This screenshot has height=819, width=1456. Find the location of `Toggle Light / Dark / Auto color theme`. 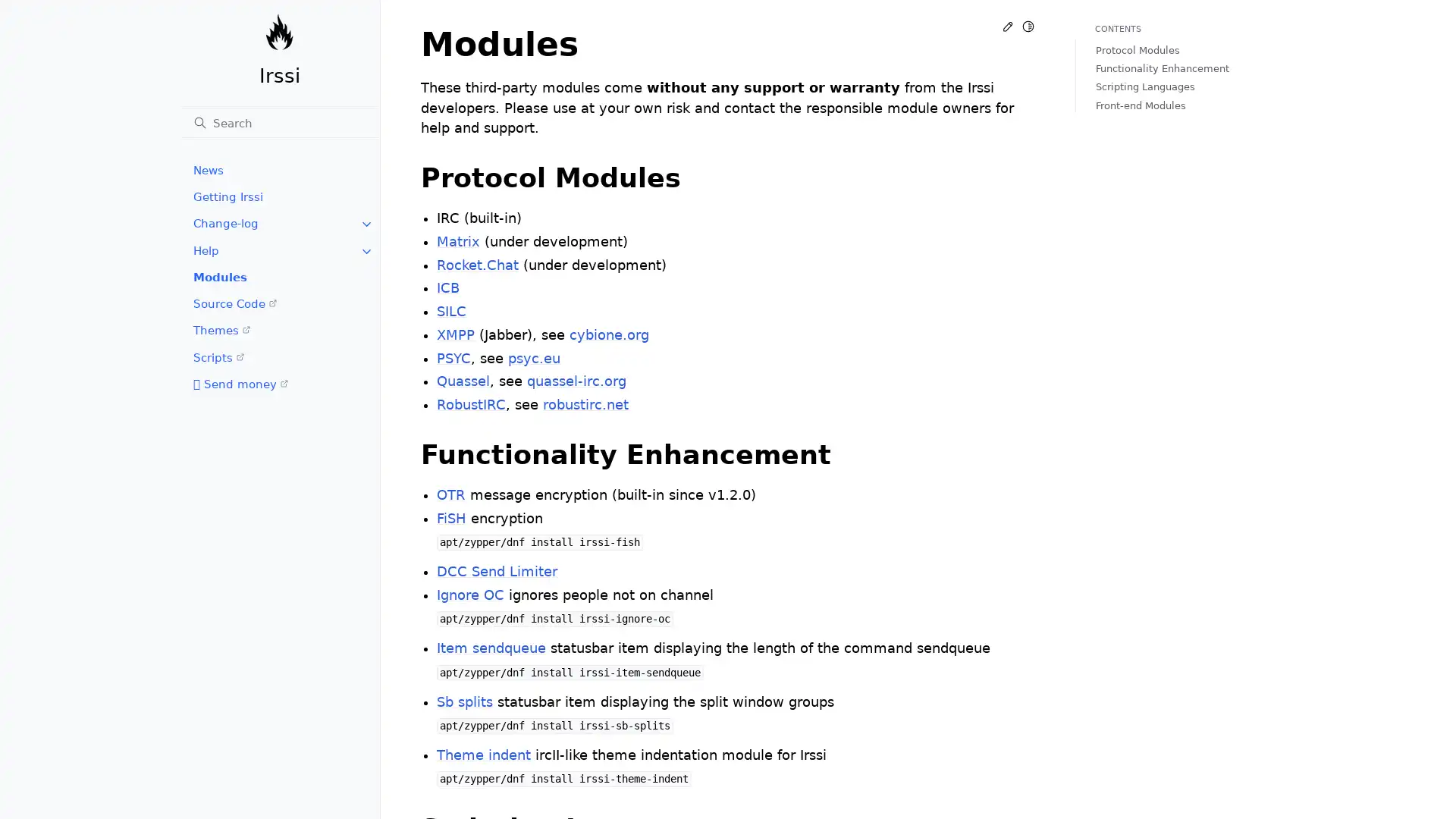

Toggle Light / Dark / Auto color theme is located at coordinates (1028, 26).